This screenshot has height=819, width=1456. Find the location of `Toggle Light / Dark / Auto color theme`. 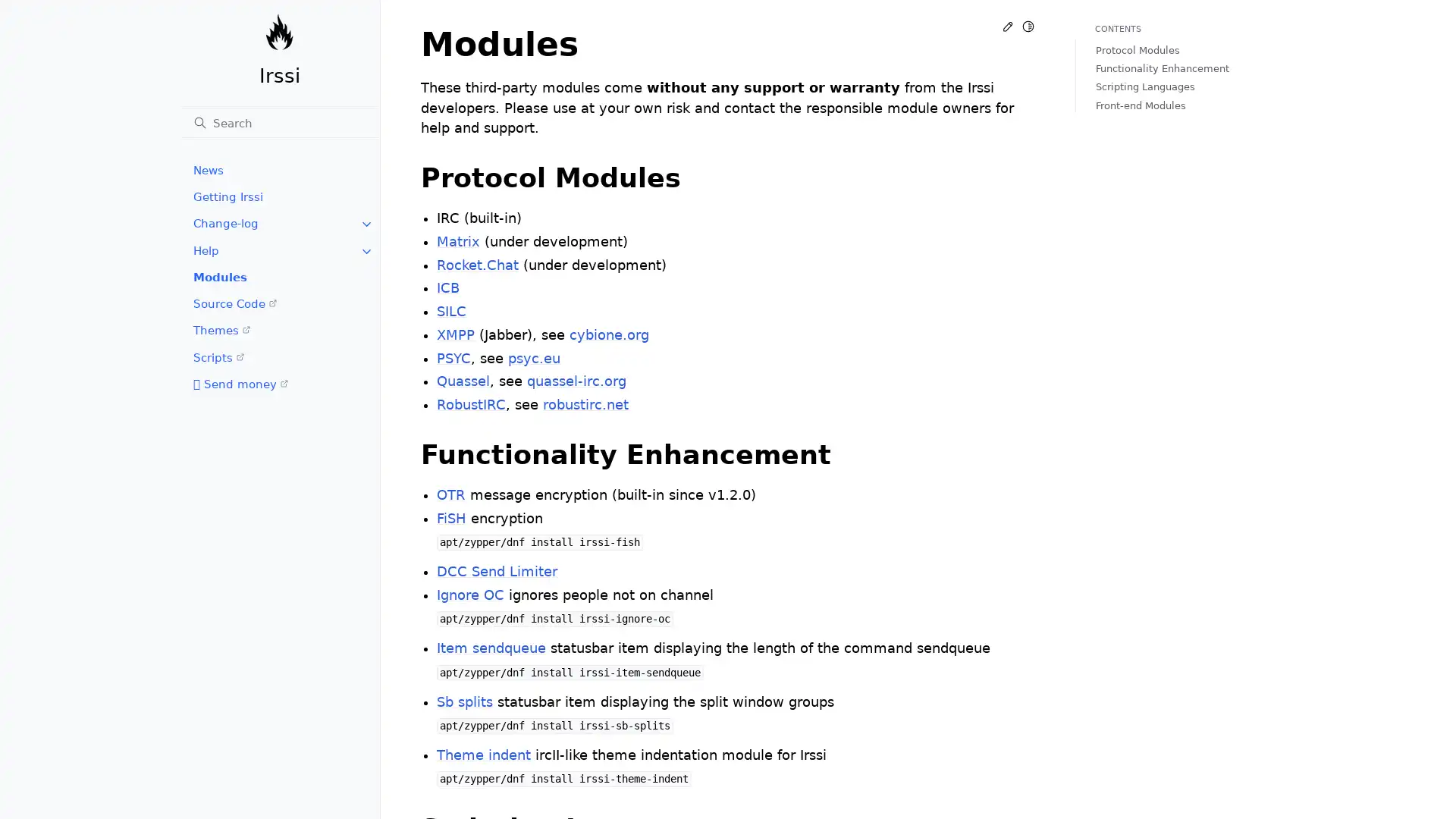

Toggle Light / Dark / Auto color theme is located at coordinates (1028, 26).